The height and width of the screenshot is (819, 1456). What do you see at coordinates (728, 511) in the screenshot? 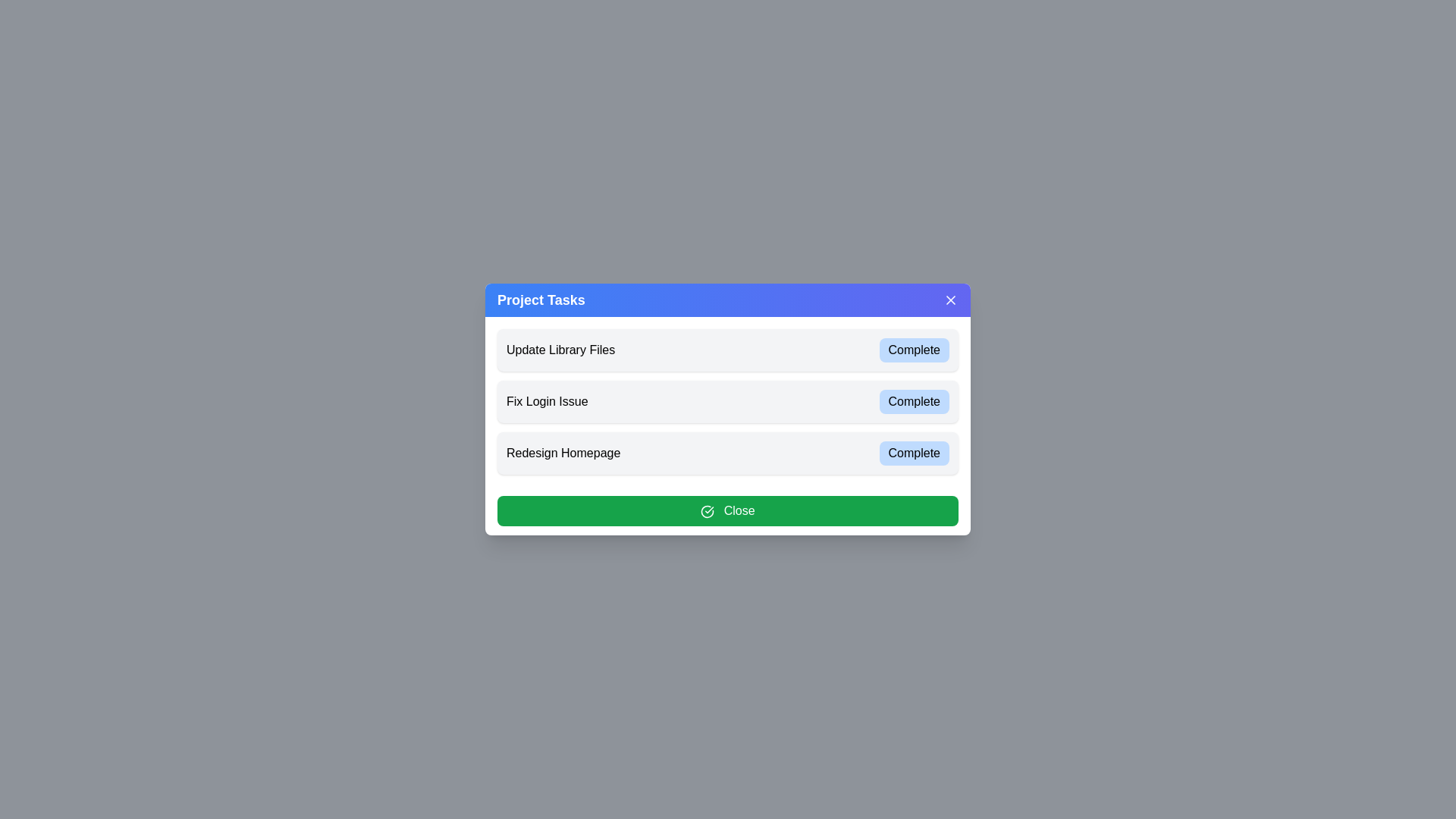
I see `the Close button located at the bottom of the modal, which dismisses or finalizes the task information` at bounding box center [728, 511].